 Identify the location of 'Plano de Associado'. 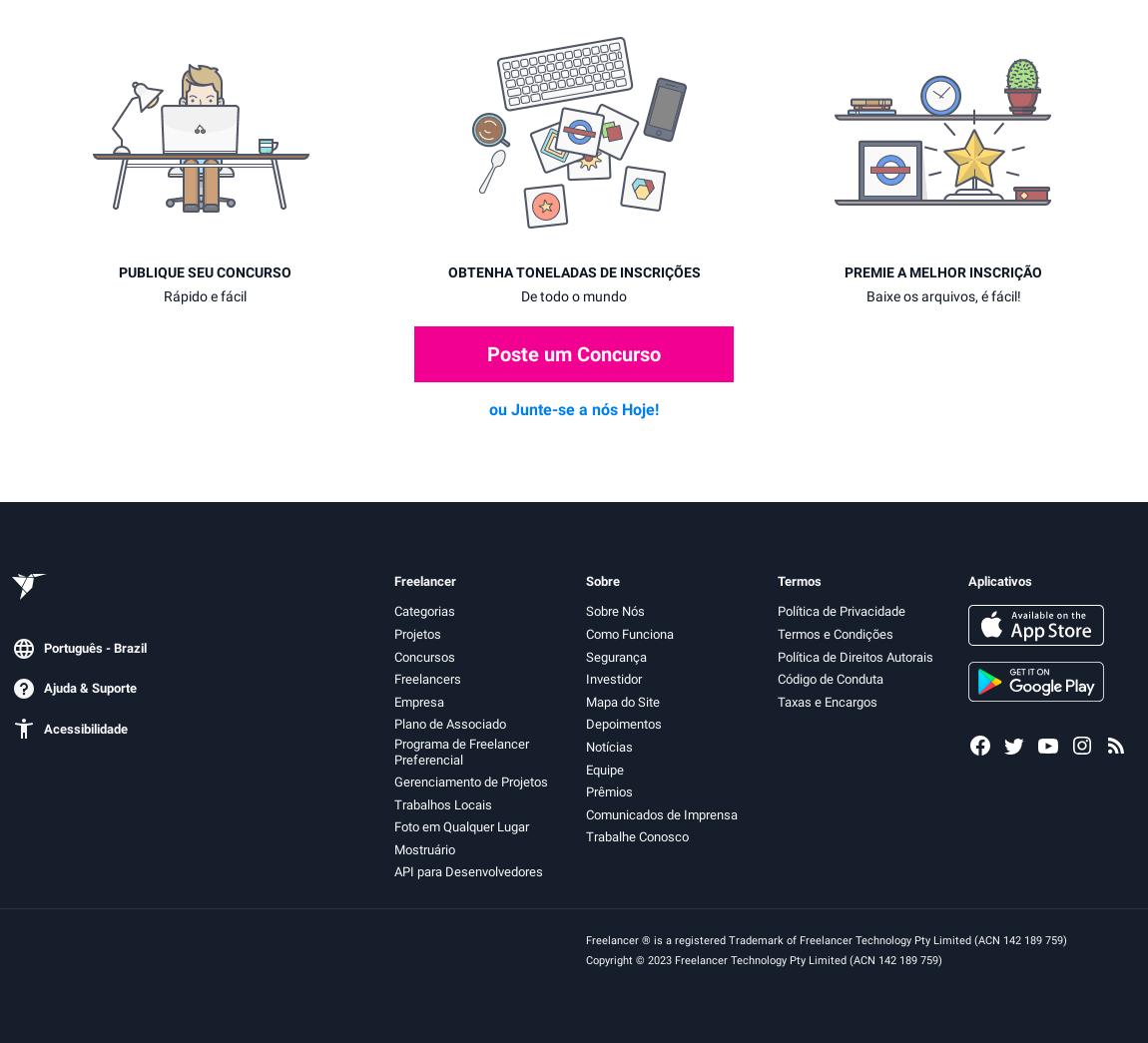
(450, 723).